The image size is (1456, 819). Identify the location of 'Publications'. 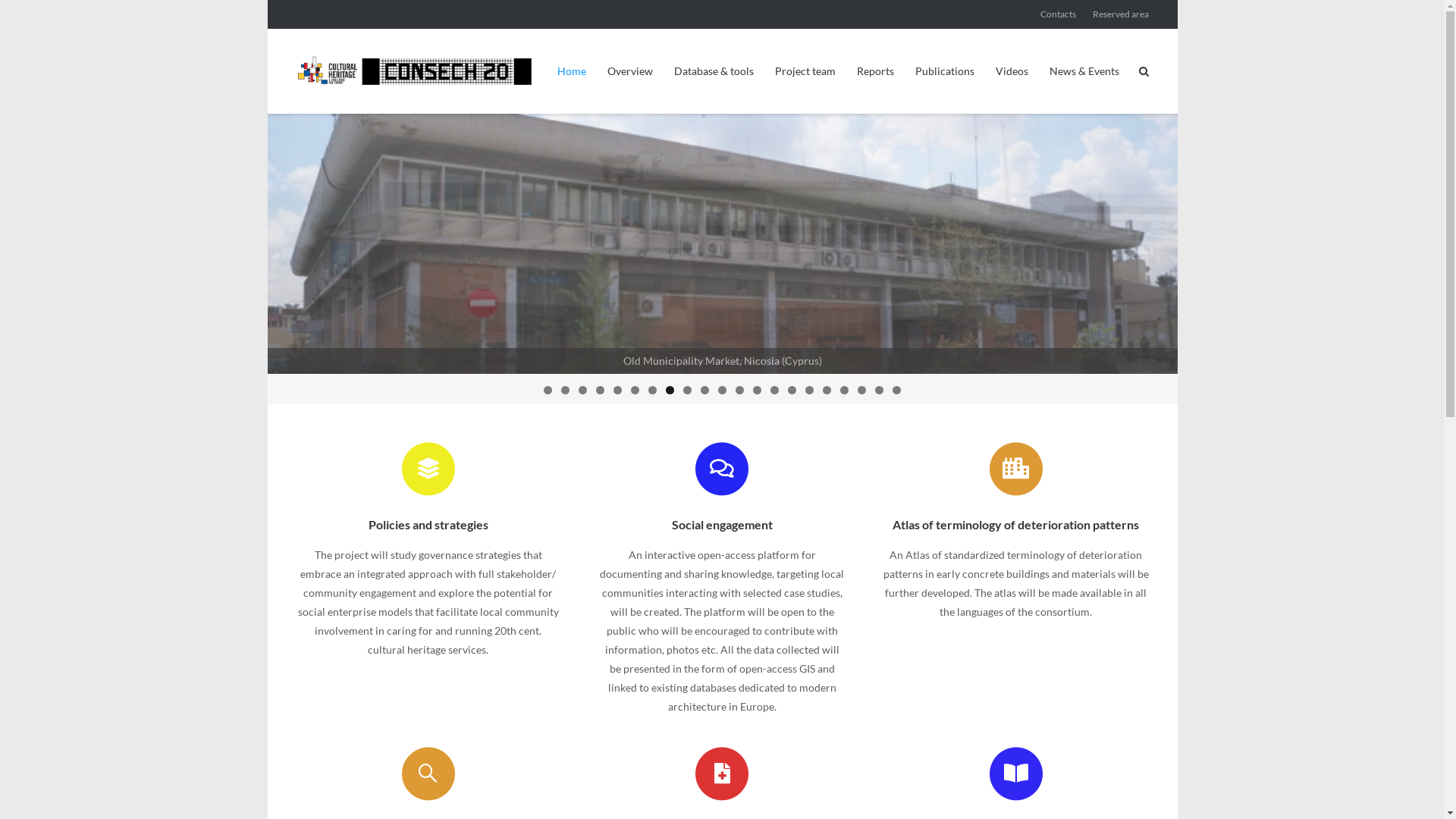
(944, 71).